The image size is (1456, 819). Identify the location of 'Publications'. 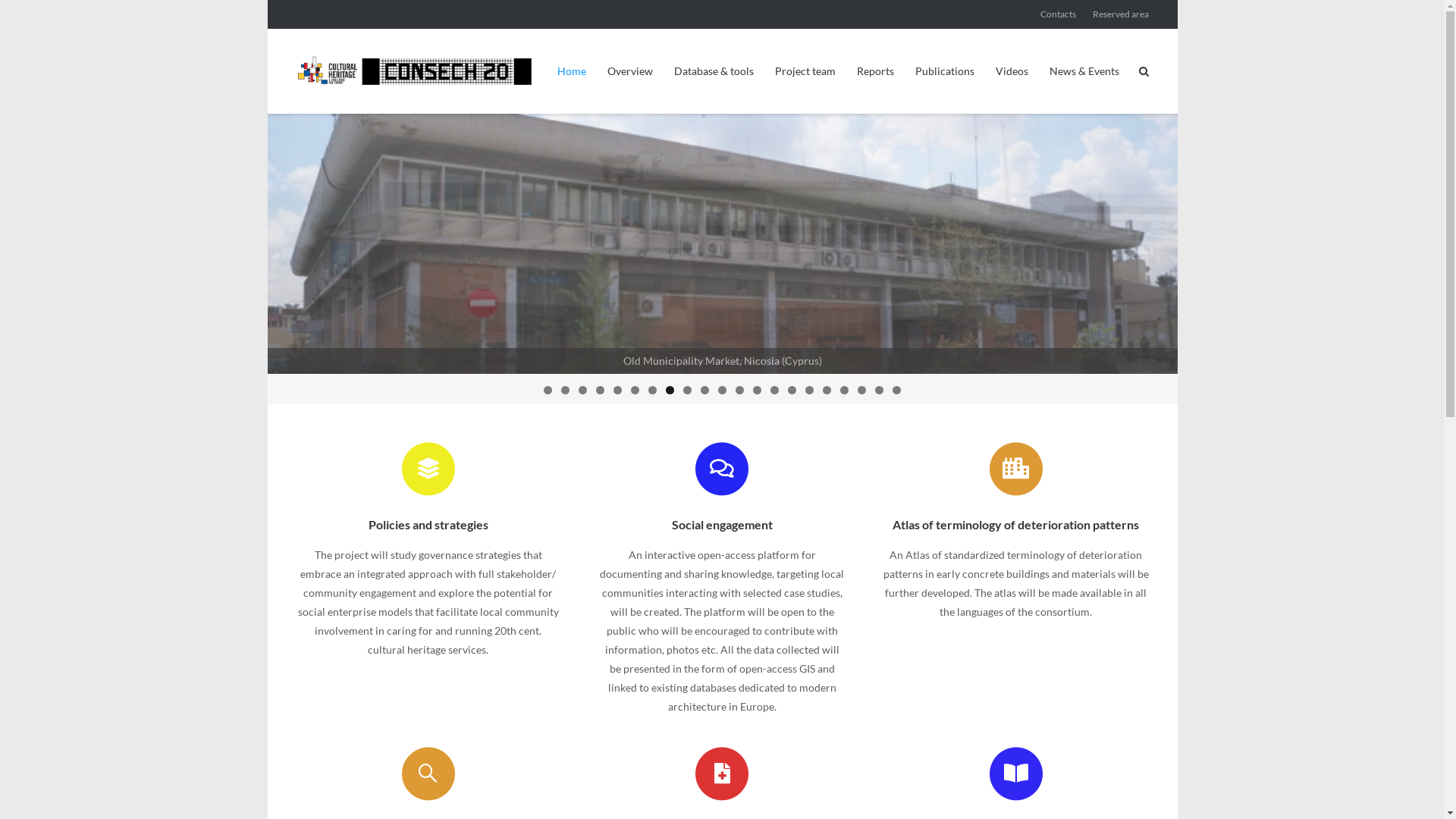
(944, 71).